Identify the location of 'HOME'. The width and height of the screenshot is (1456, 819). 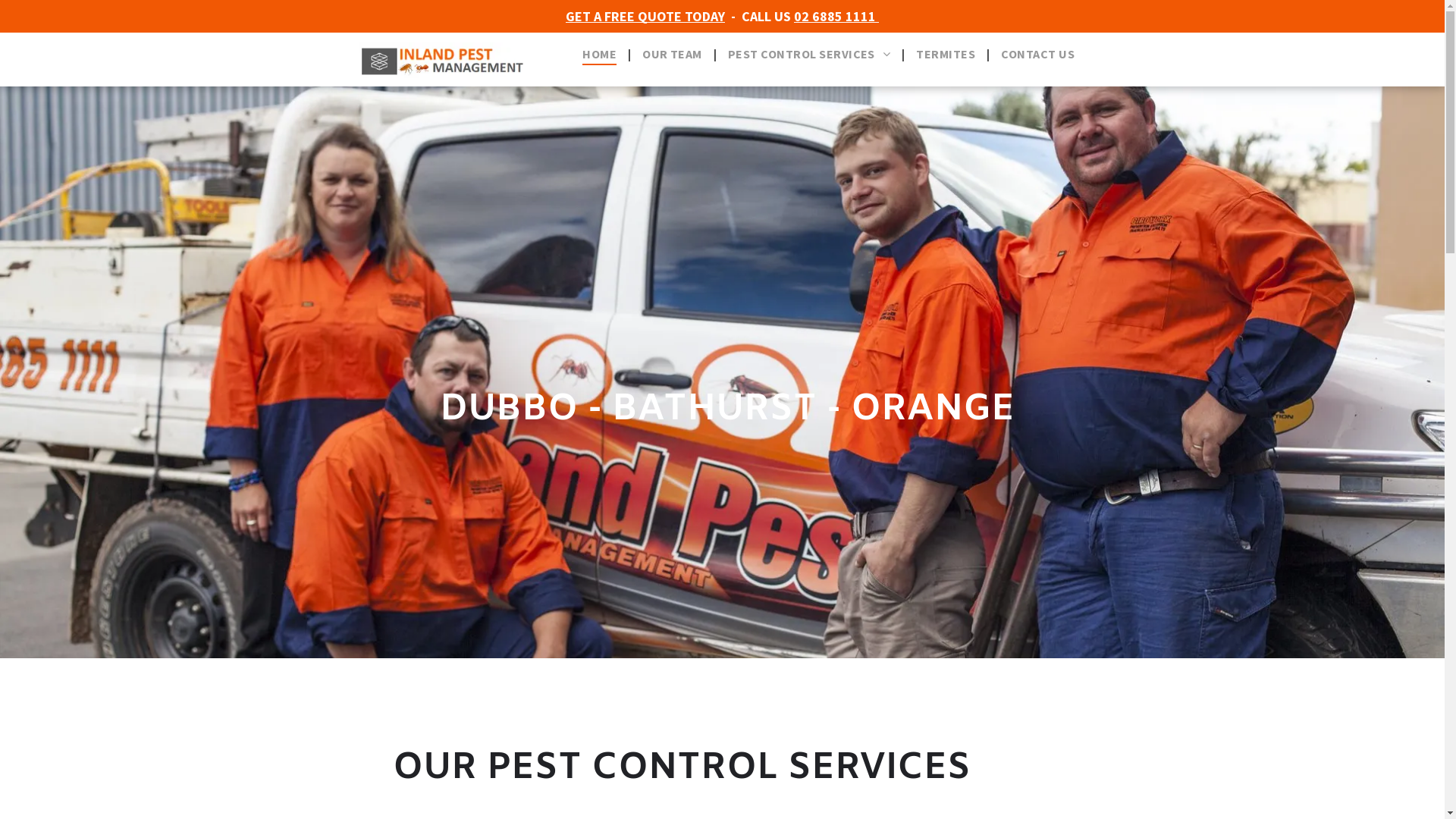
(598, 52).